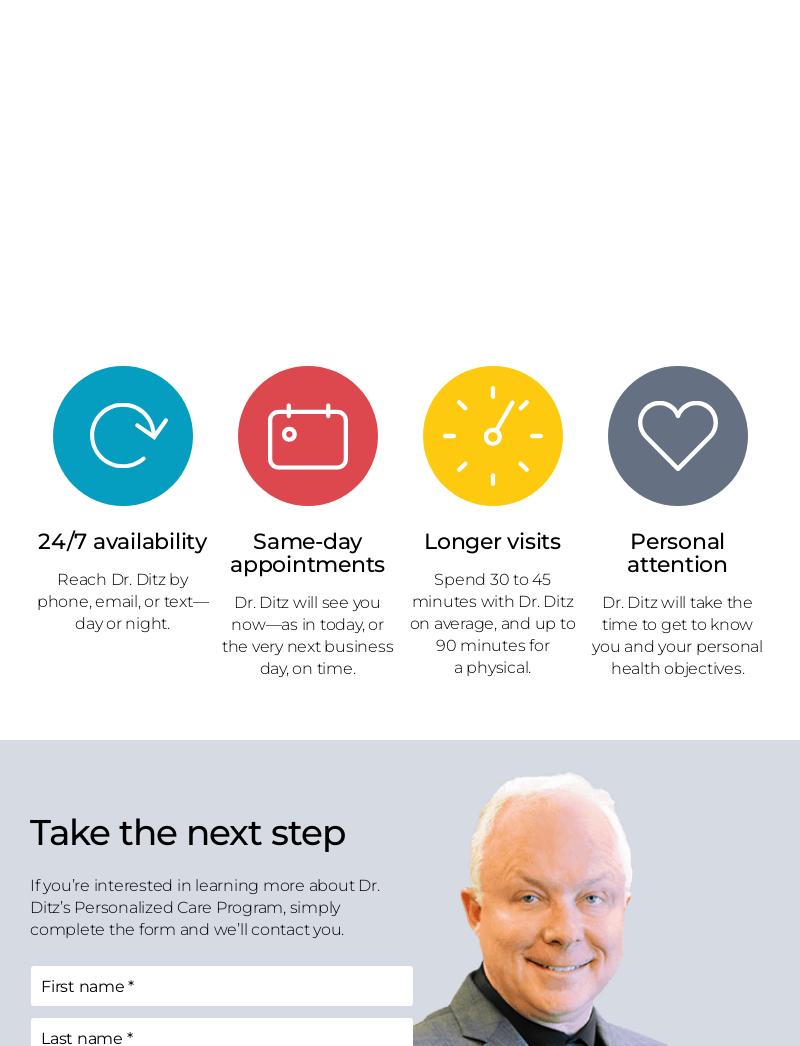 The image size is (800, 1046). What do you see at coordinates (676, 633) in the screenshot?
I see `'Dr. Ditz will take the time to get to know you and your personal health objectives.'` at bounding box center [676, 633].